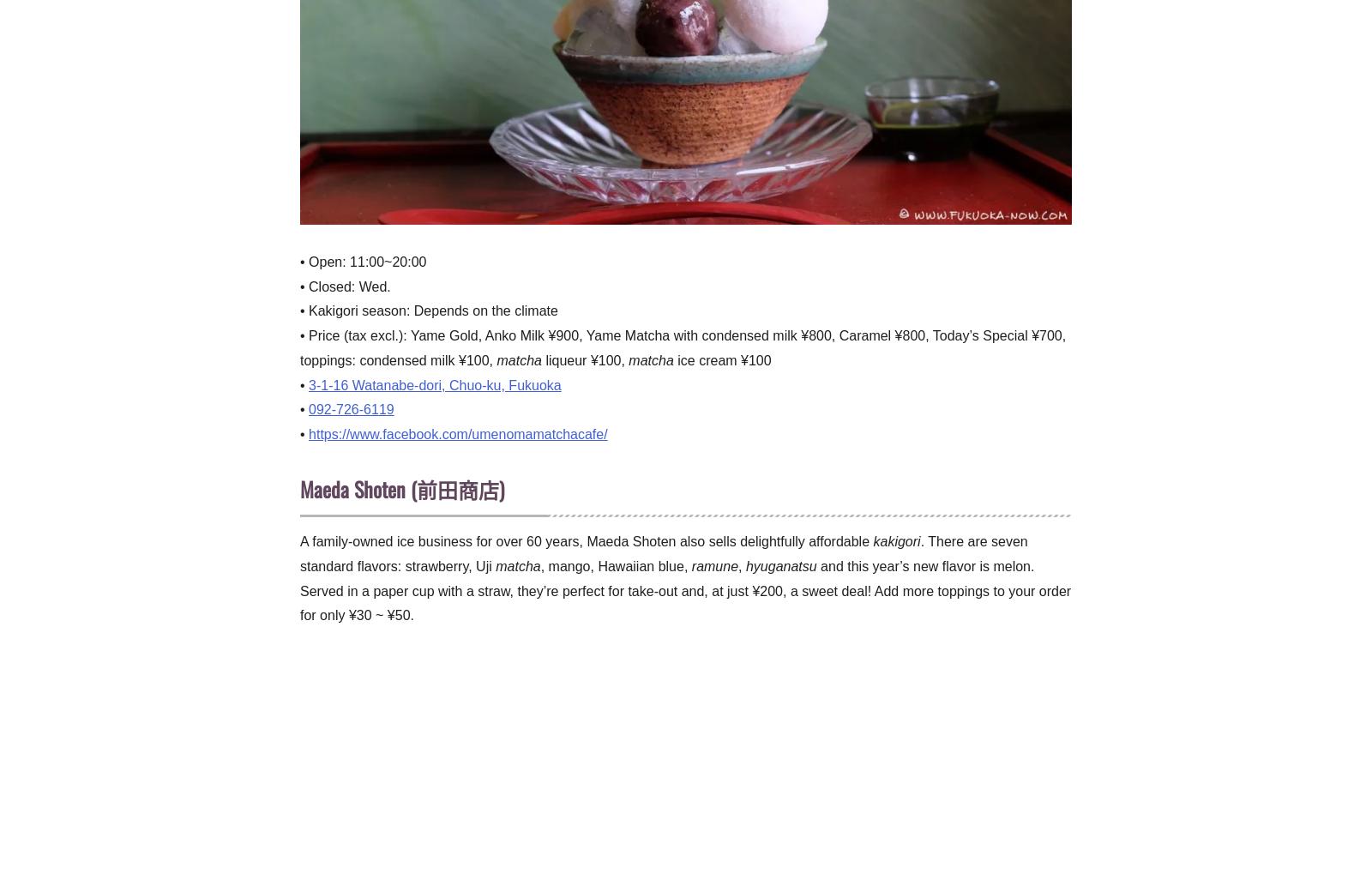 The image size is (1372, 874). What do you see at coordinates (664, 553) in the screenshot?
I see `'. There are seven standard flavors: strawberry, Uji'` at bounding box center [664, 553].